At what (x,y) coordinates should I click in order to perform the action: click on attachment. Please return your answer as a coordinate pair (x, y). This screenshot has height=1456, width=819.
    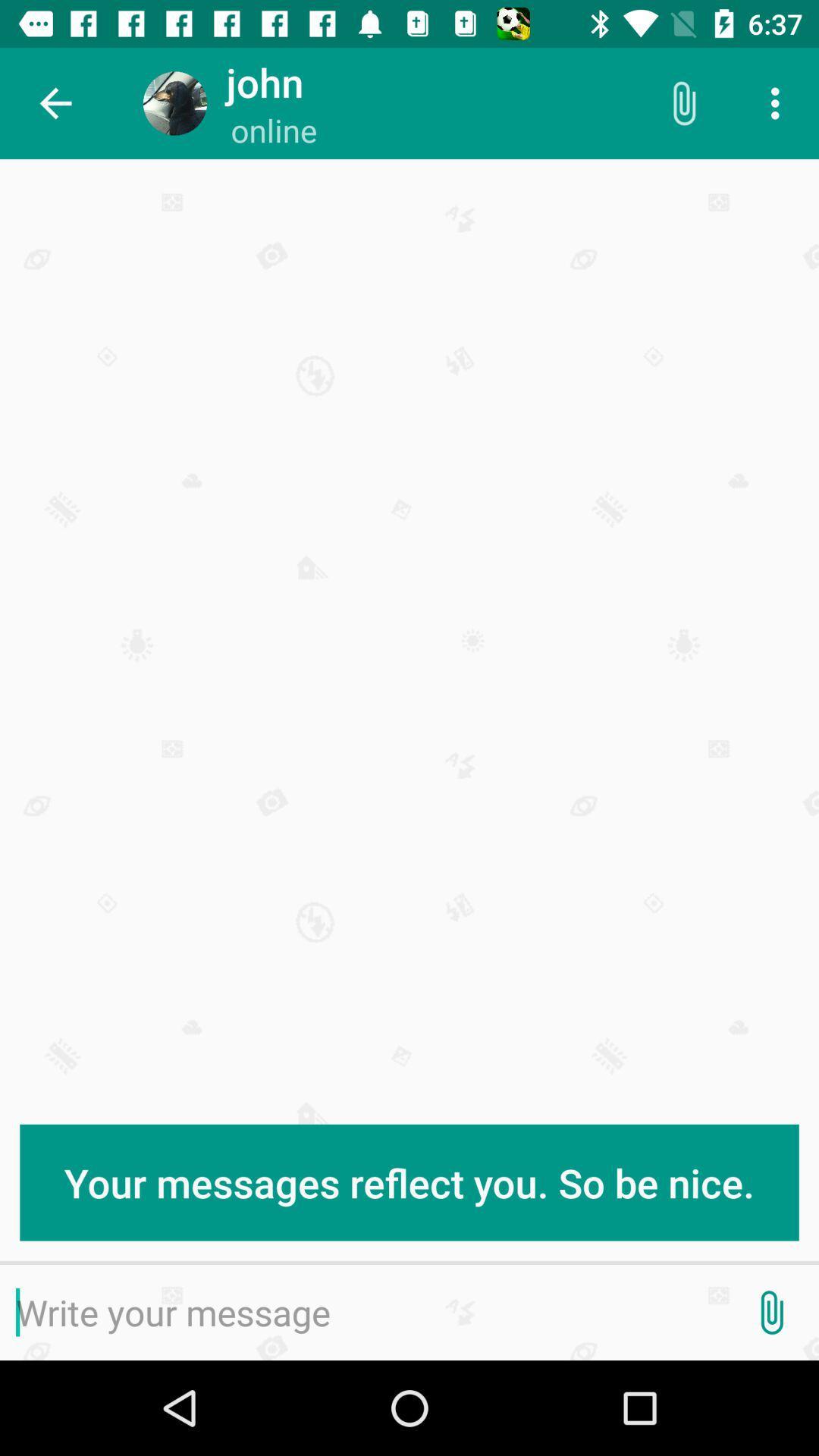
    Looking at the image, I should click on (771, 1312).